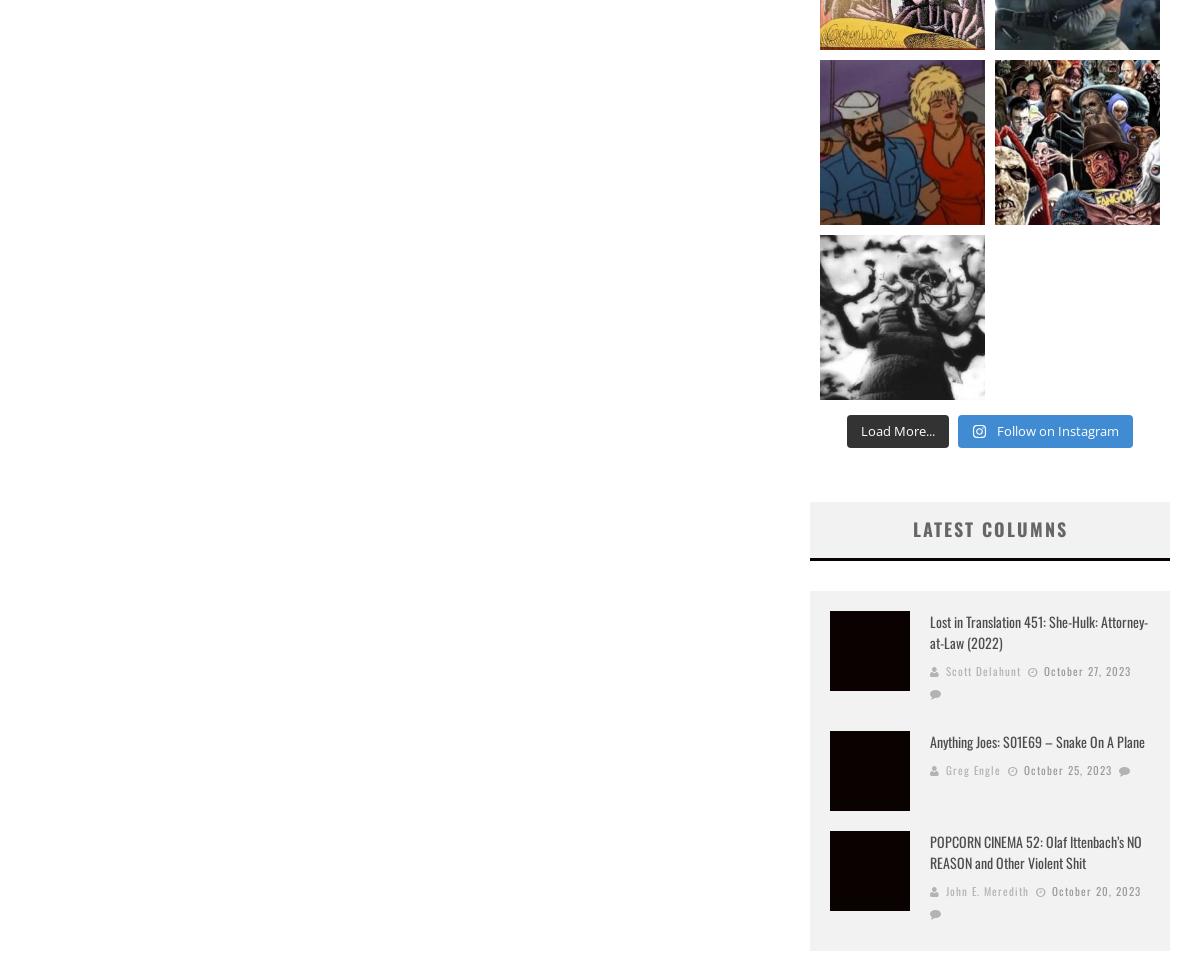 Image resolution: width=1200 pixels, height=976 pixels. Describe the element at coordinates (1037, 741) in the screenshot. I see `'Anything Joes: S01E69 – Snake On A Plane'` at that location.